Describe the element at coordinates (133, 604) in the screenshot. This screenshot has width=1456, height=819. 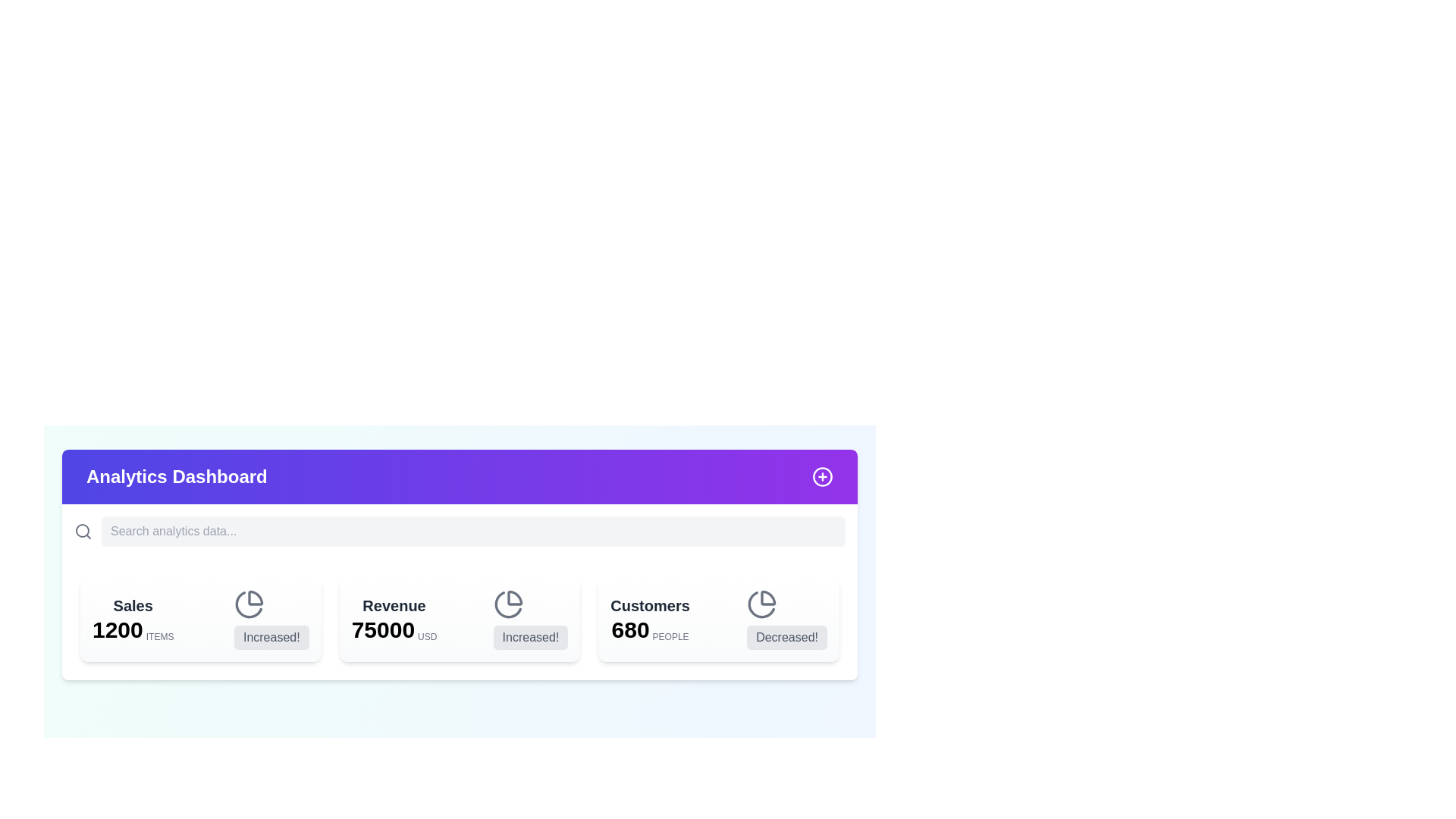
I see `the 'Sales' label, which is the title for the associated data in the card located at the top-left corner of the dashboard card` at that location.